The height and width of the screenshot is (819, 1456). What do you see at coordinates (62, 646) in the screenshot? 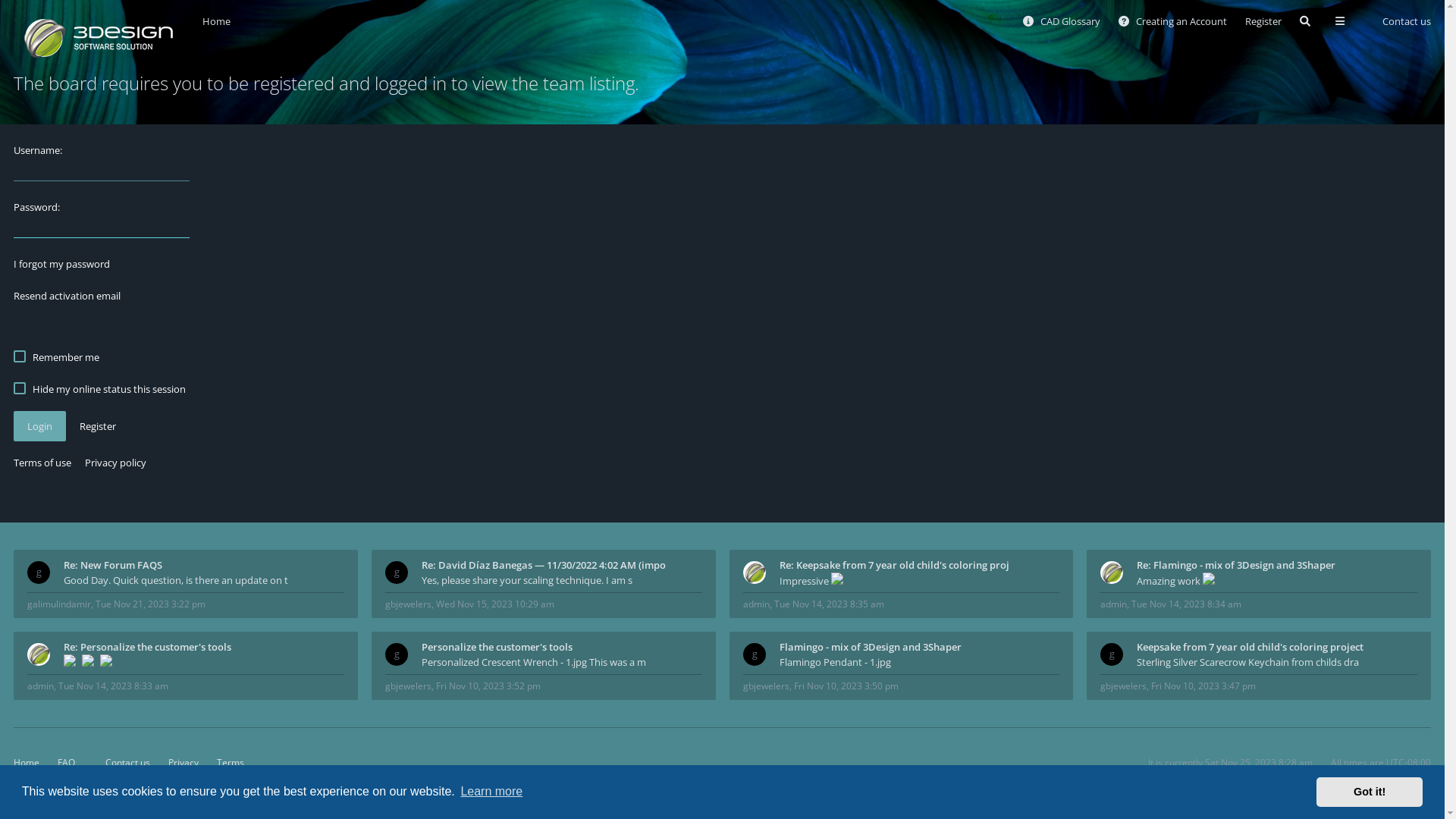
I see `'Re: Personalize the customer's tools'` at bounding box center [62, 646].